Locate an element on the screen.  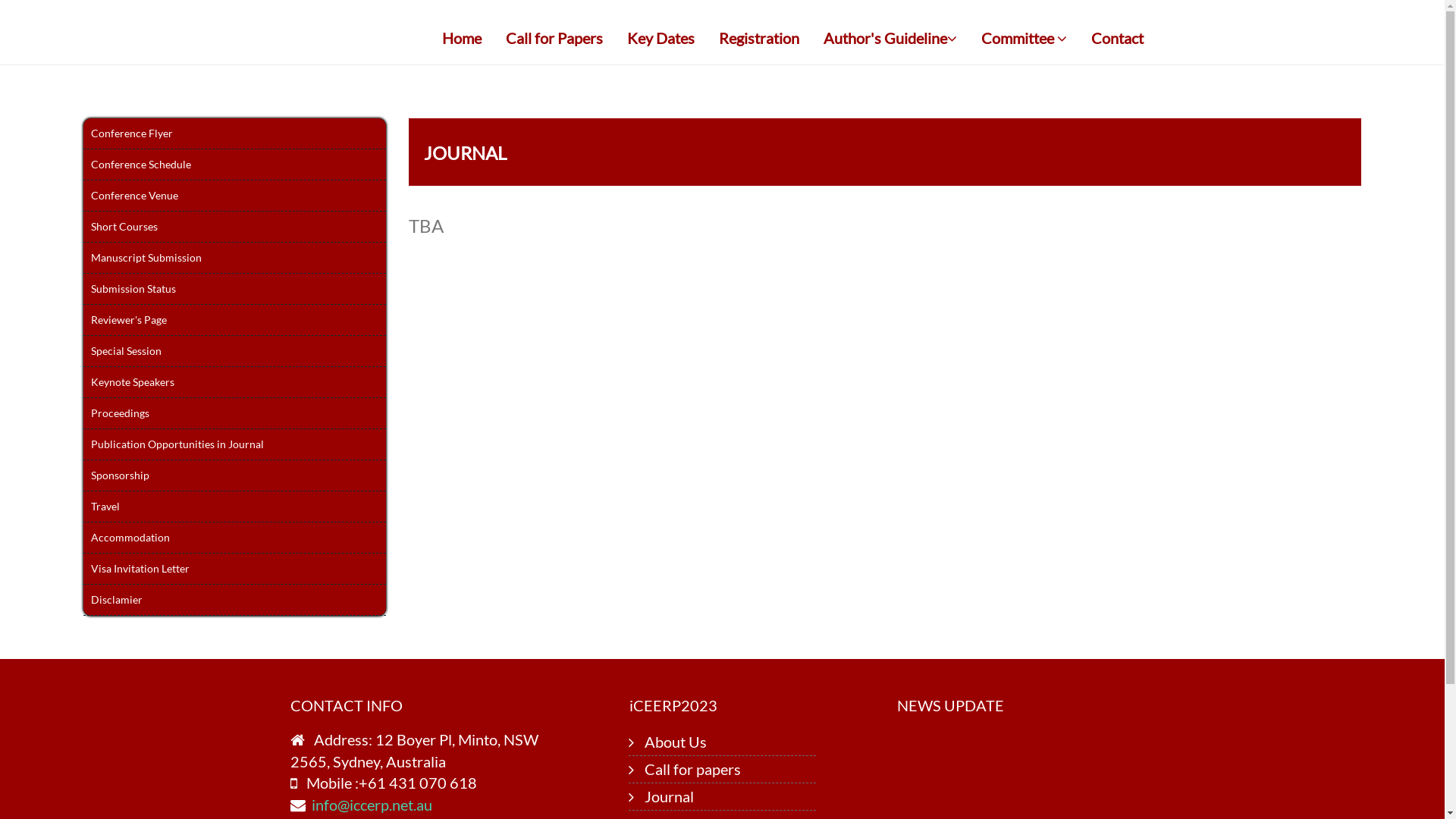
'Short Courses' is located at coordinates (234, 227).